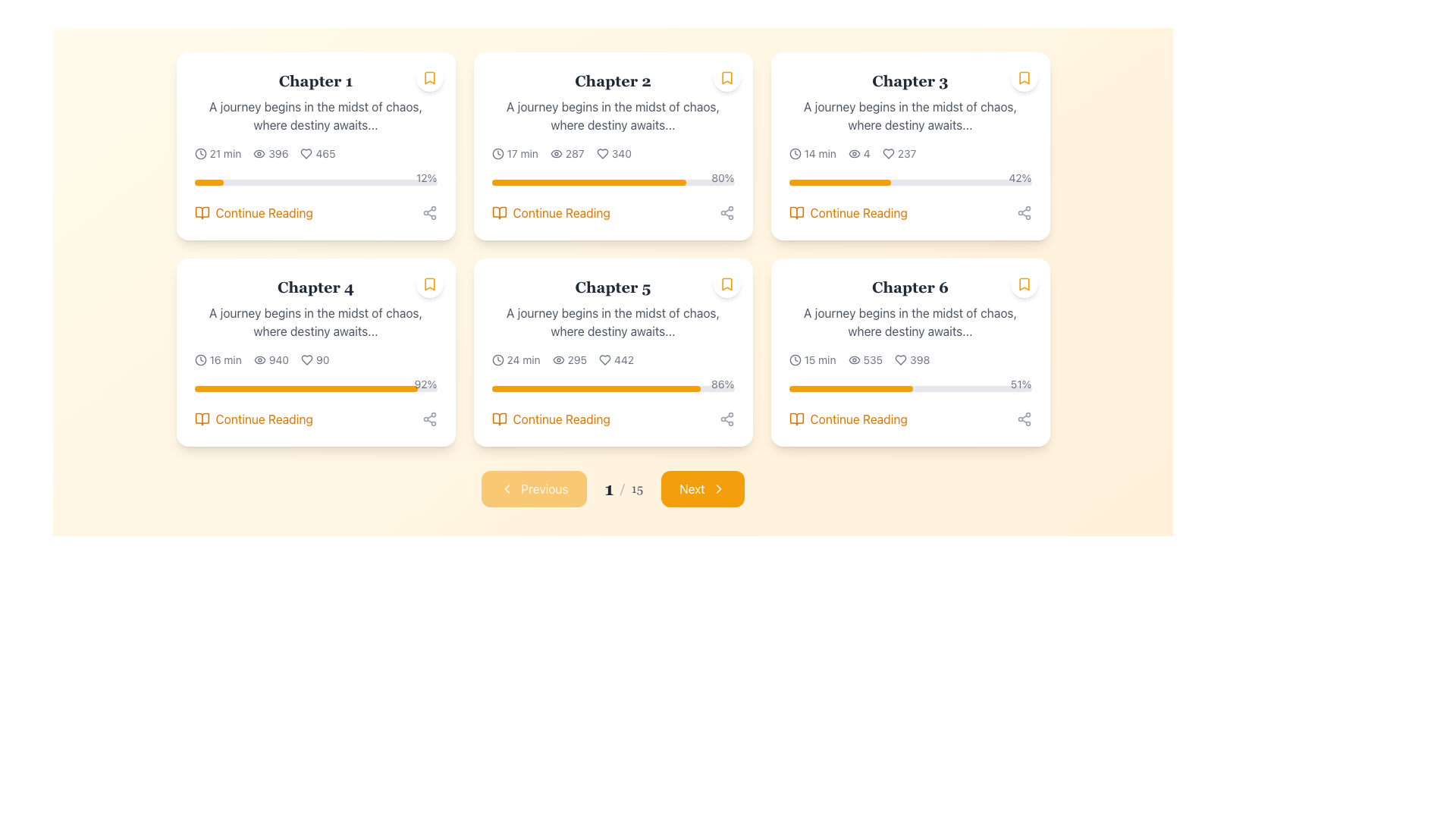 Image resolution: width=1456 pixels, height=819 pixels. I want to click on the bookmark icon in the top-right corner of the 'Chapter 1' card, so click(428, 78).